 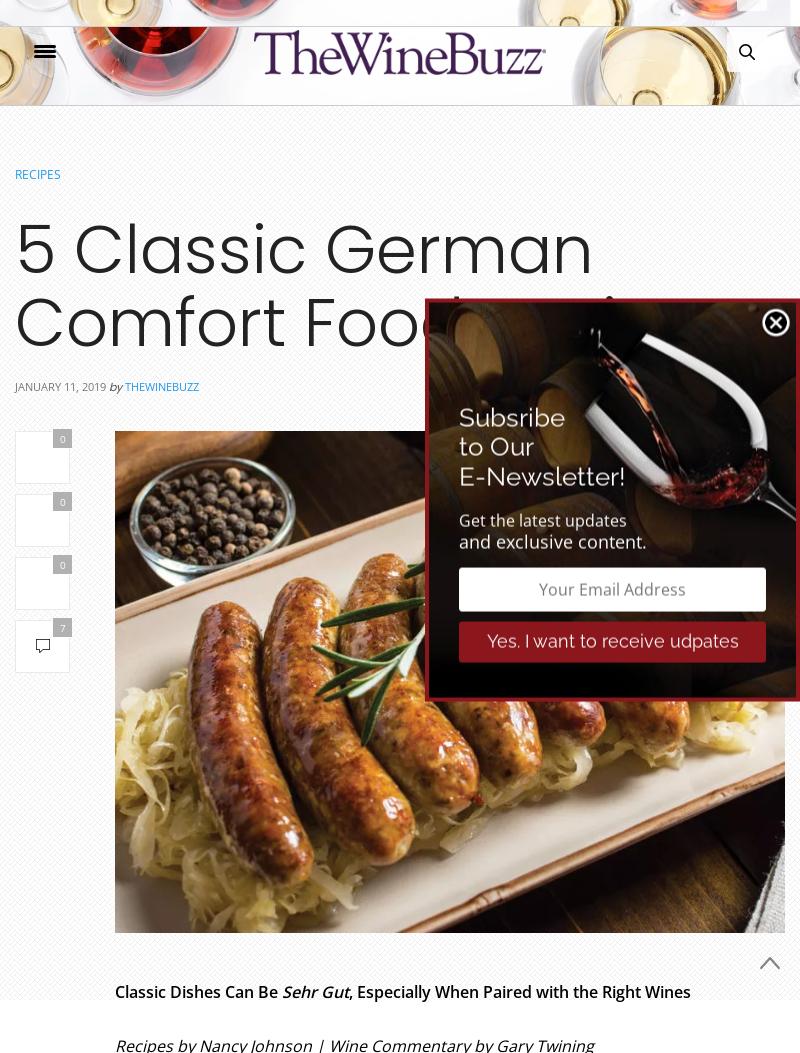 What do you see at coordinates (349, 992) in the screenshot?
I see `', Especially When Paired with the Right Wines'` at bounding box center [349, 992].